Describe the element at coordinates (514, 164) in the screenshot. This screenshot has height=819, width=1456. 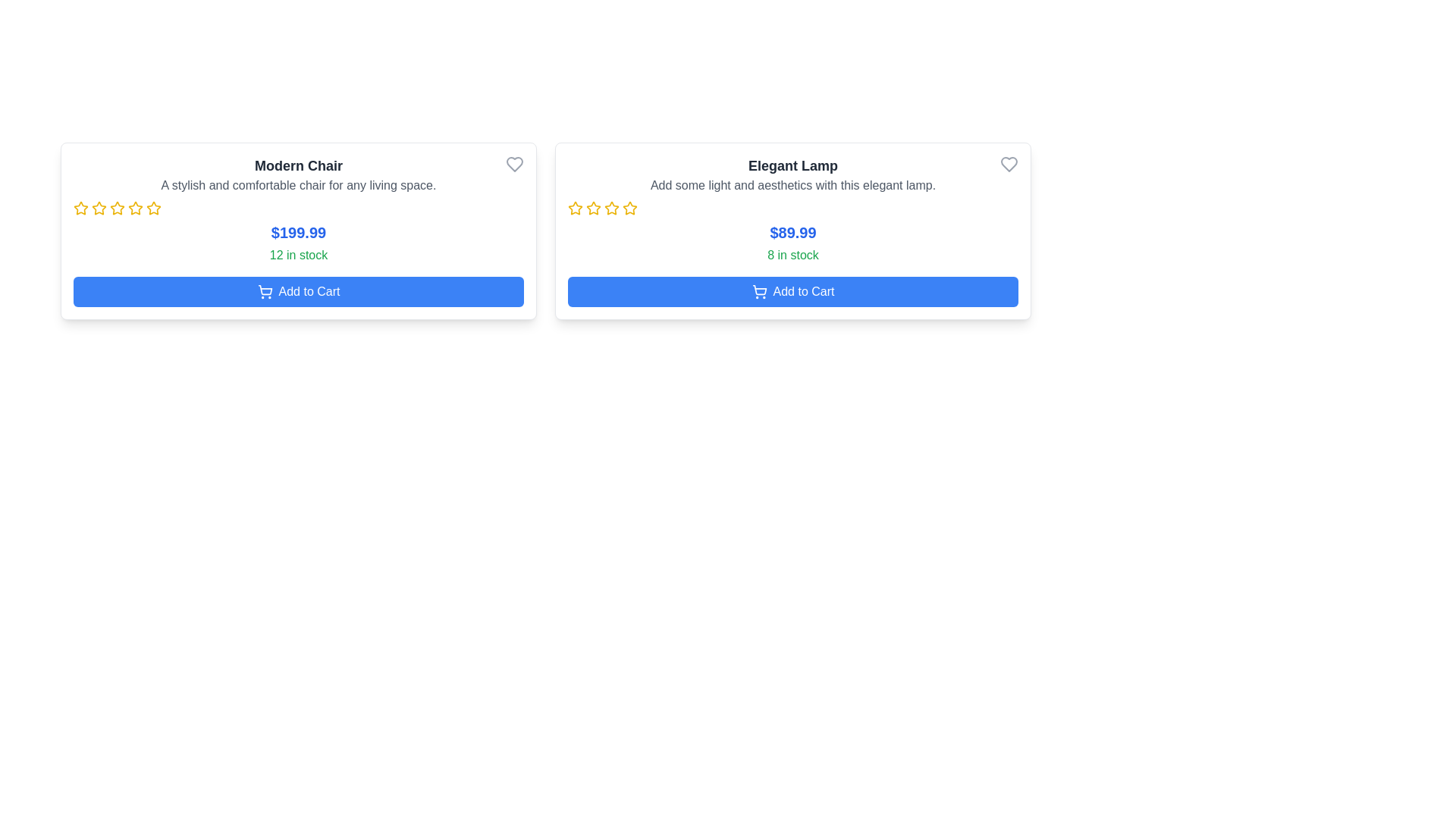
I see `the favorite icon button located at the upper-right corner of the 'Modern Chair' product card` at that location.